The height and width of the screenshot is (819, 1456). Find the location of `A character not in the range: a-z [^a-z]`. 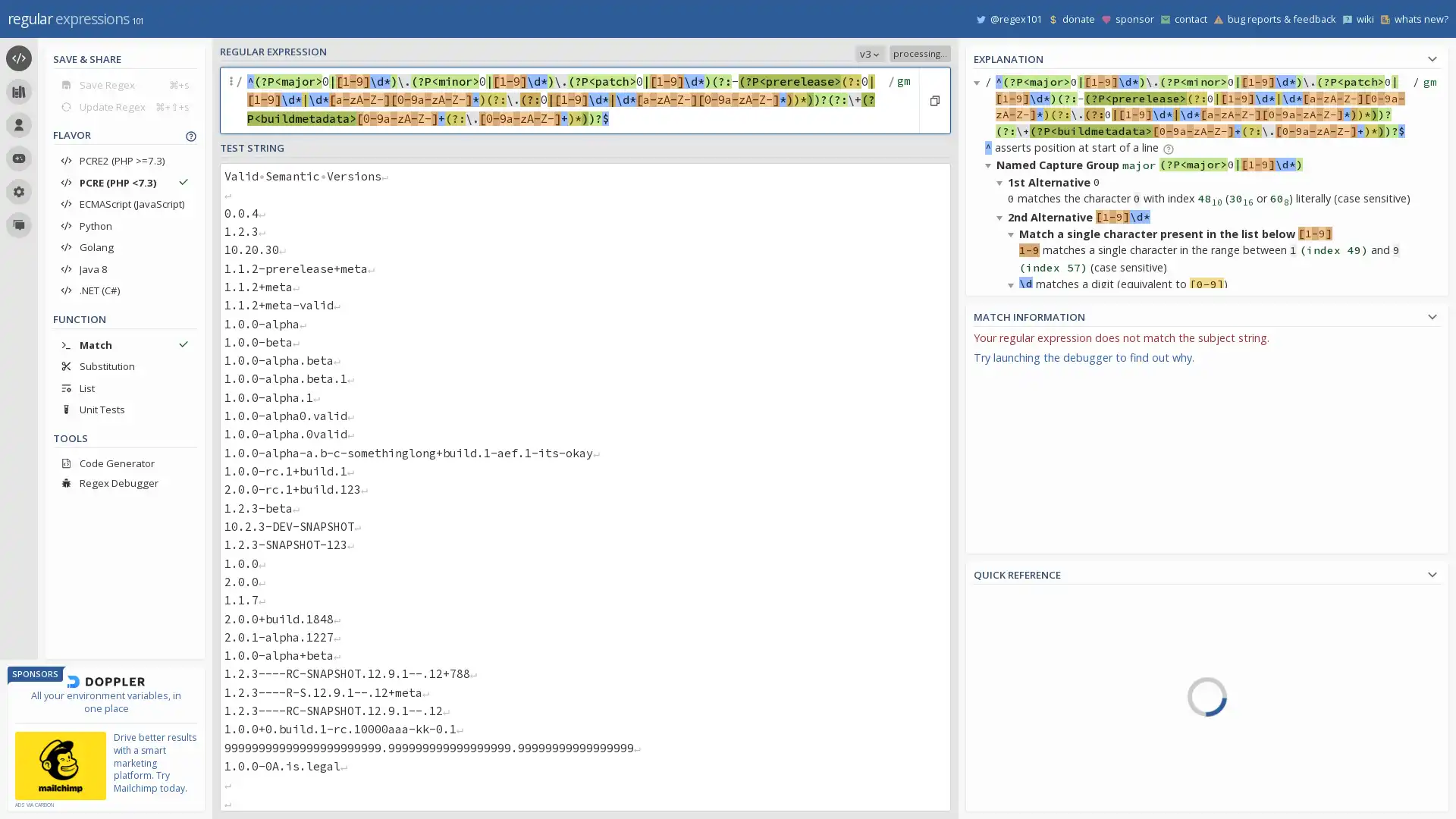

A character not in the range: a-z [^a-z] is located at coordinates (1282, 664).